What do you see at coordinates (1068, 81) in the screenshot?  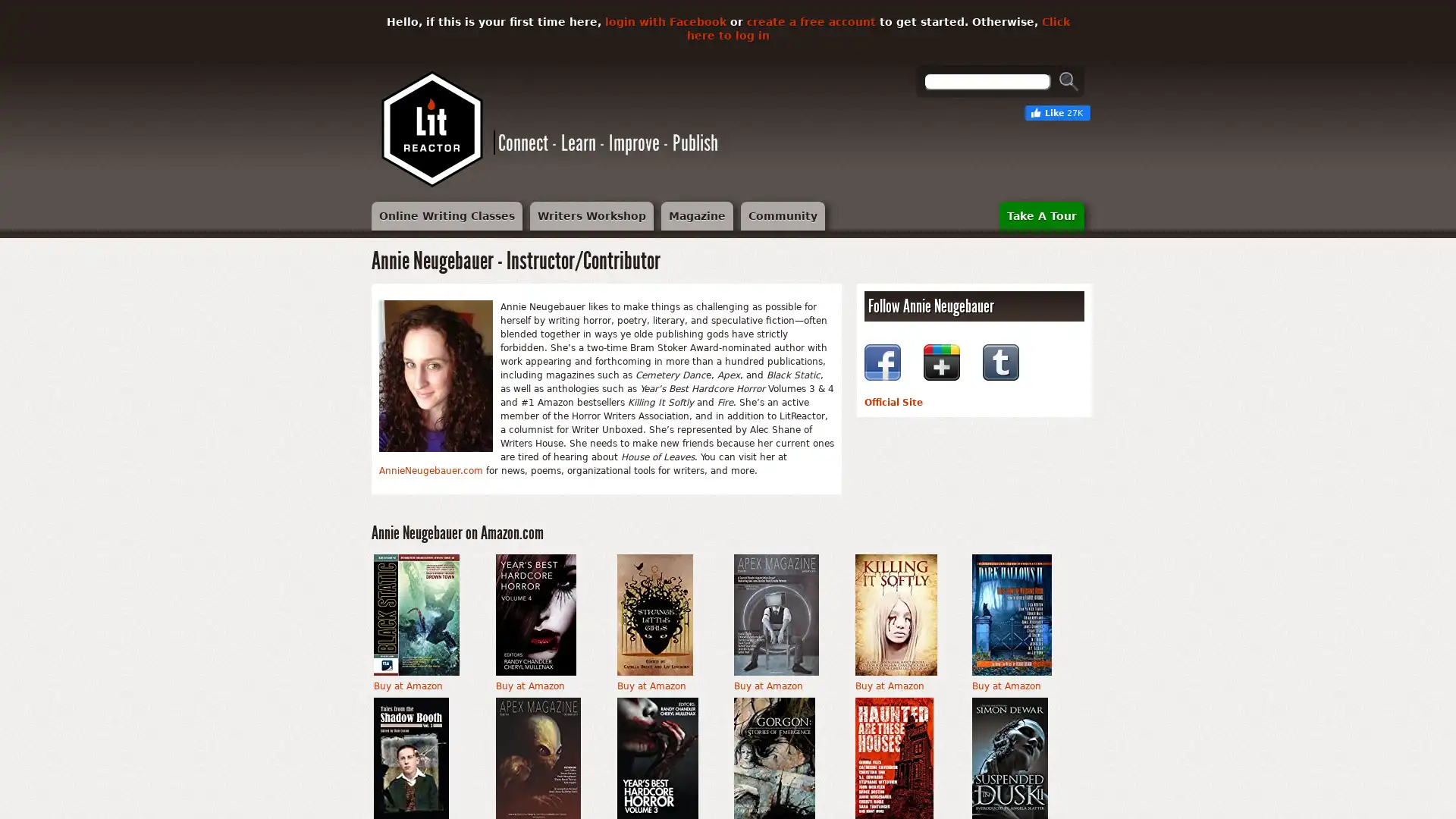 I see `Search` at bounding box center [1068, 81].